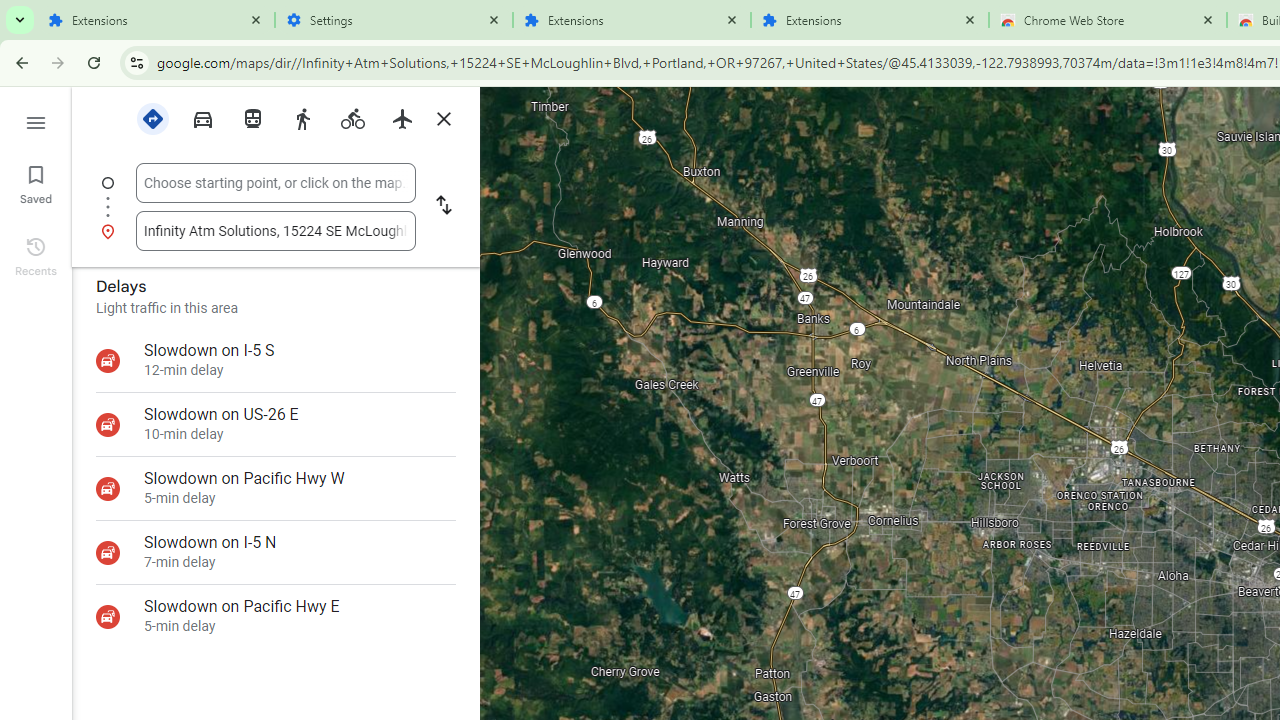 This screenshot has height=720, width=1280. Describe the element at coordinates (251, 117) in the screenshot. I see `'Transit'` at that location.